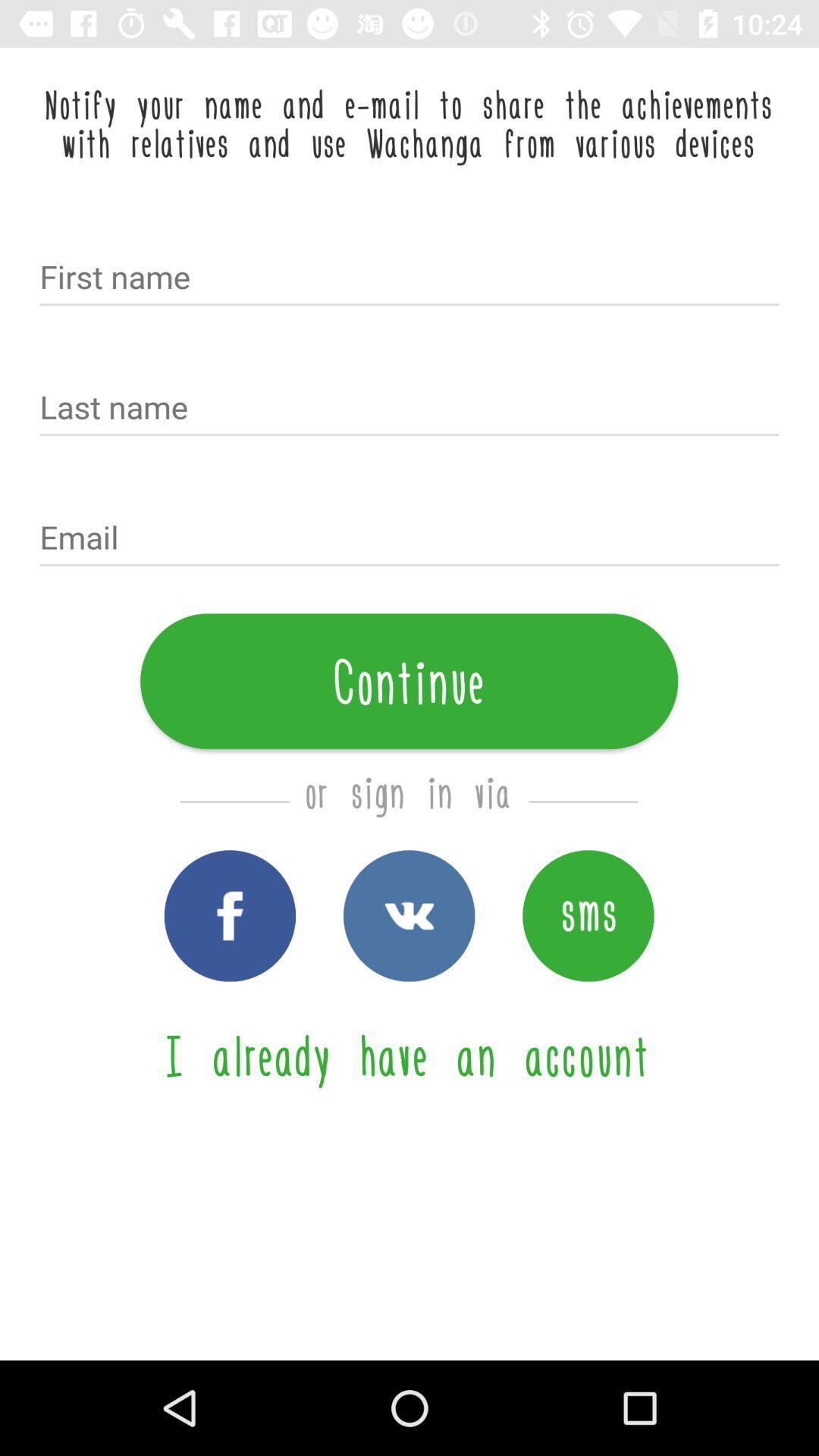 Image resolution: width=819 pixels, height=1456 pixels. I want to click on text box, so click(409, 409).